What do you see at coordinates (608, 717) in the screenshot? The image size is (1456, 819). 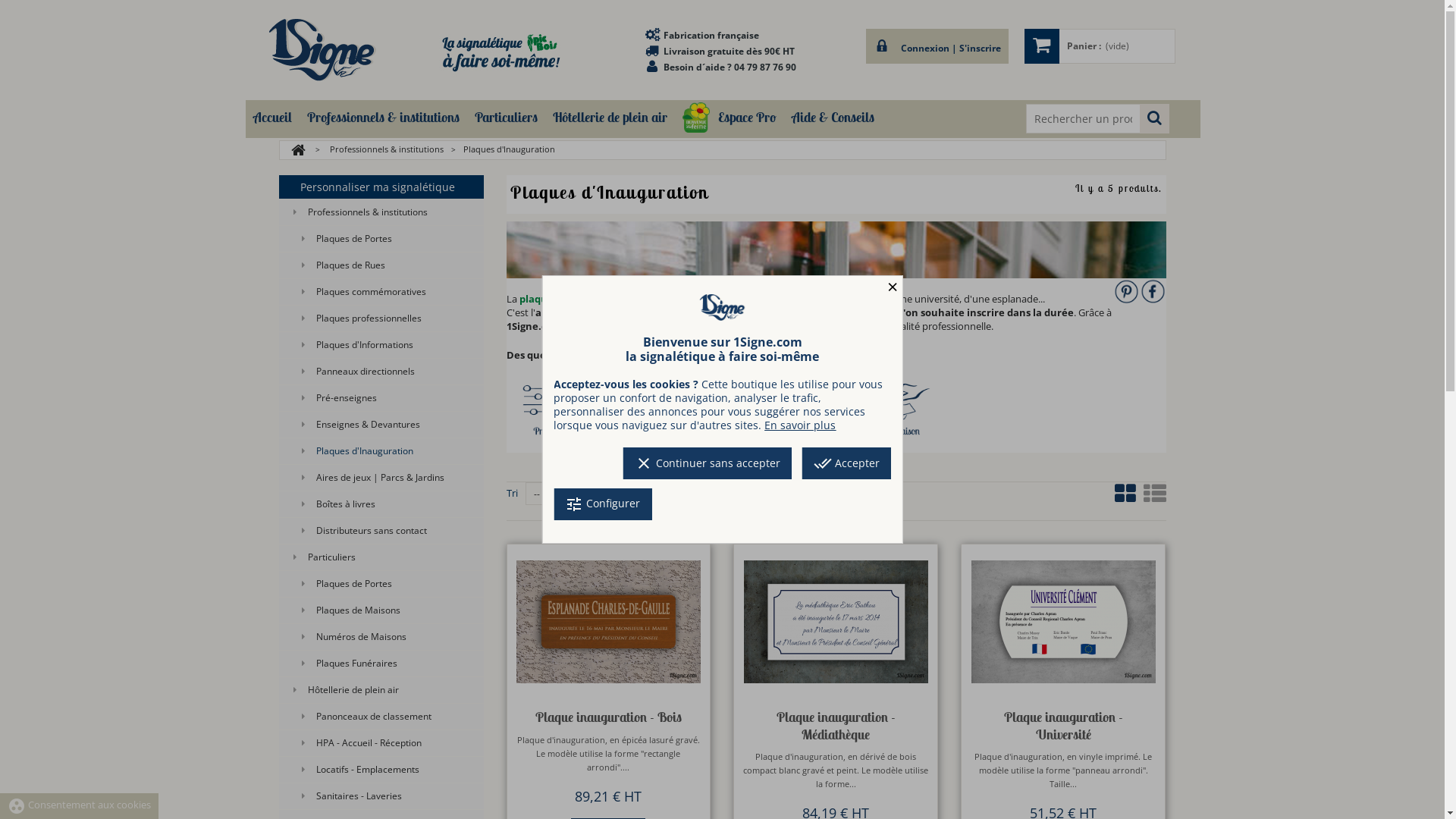 I see `'Plaque inauguration - Bois'` at bounding box center [608, 717].